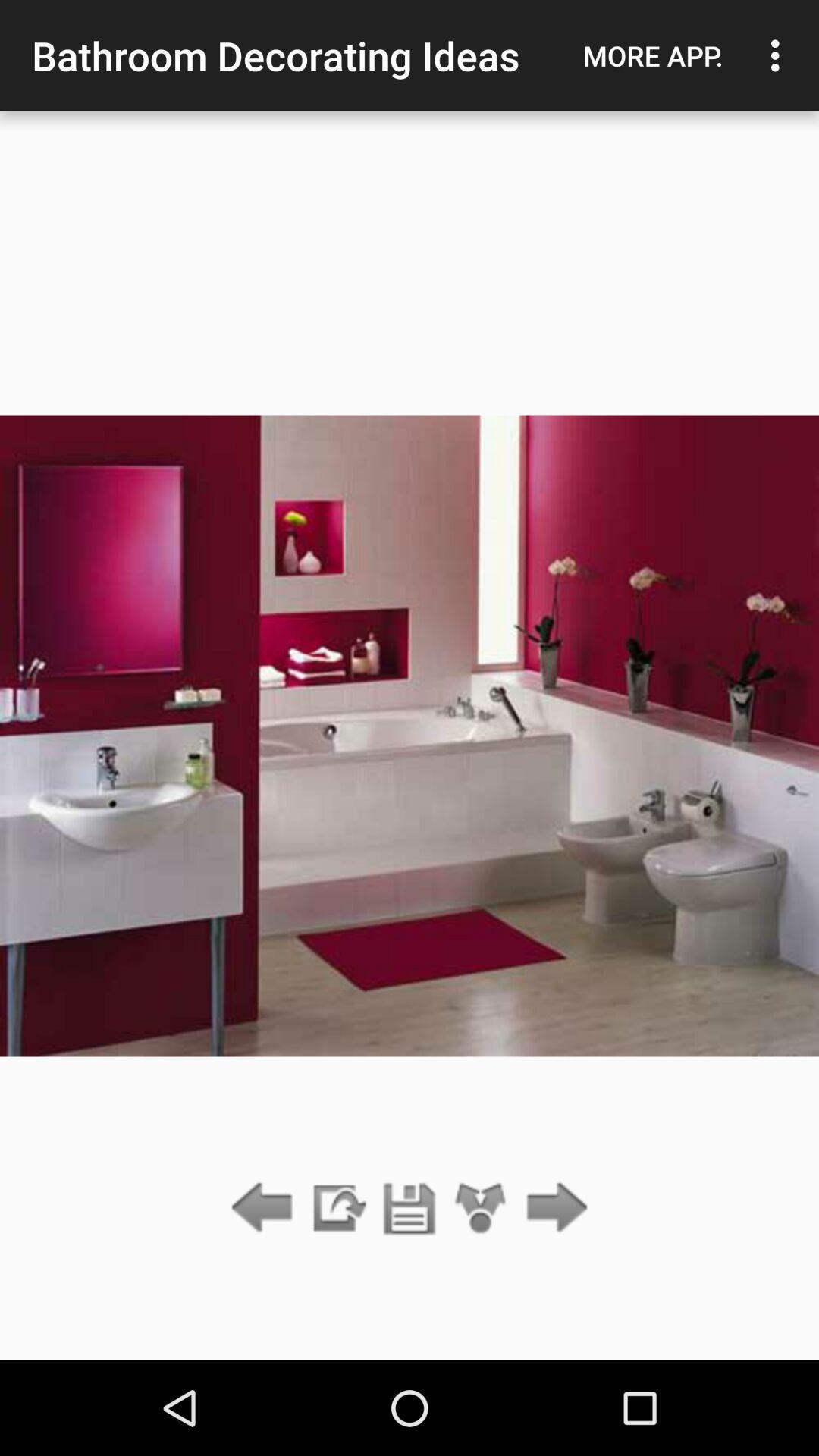  Describe the element at coordinates (409, 1208) in the screenshot. I see `the save icon` at that location.